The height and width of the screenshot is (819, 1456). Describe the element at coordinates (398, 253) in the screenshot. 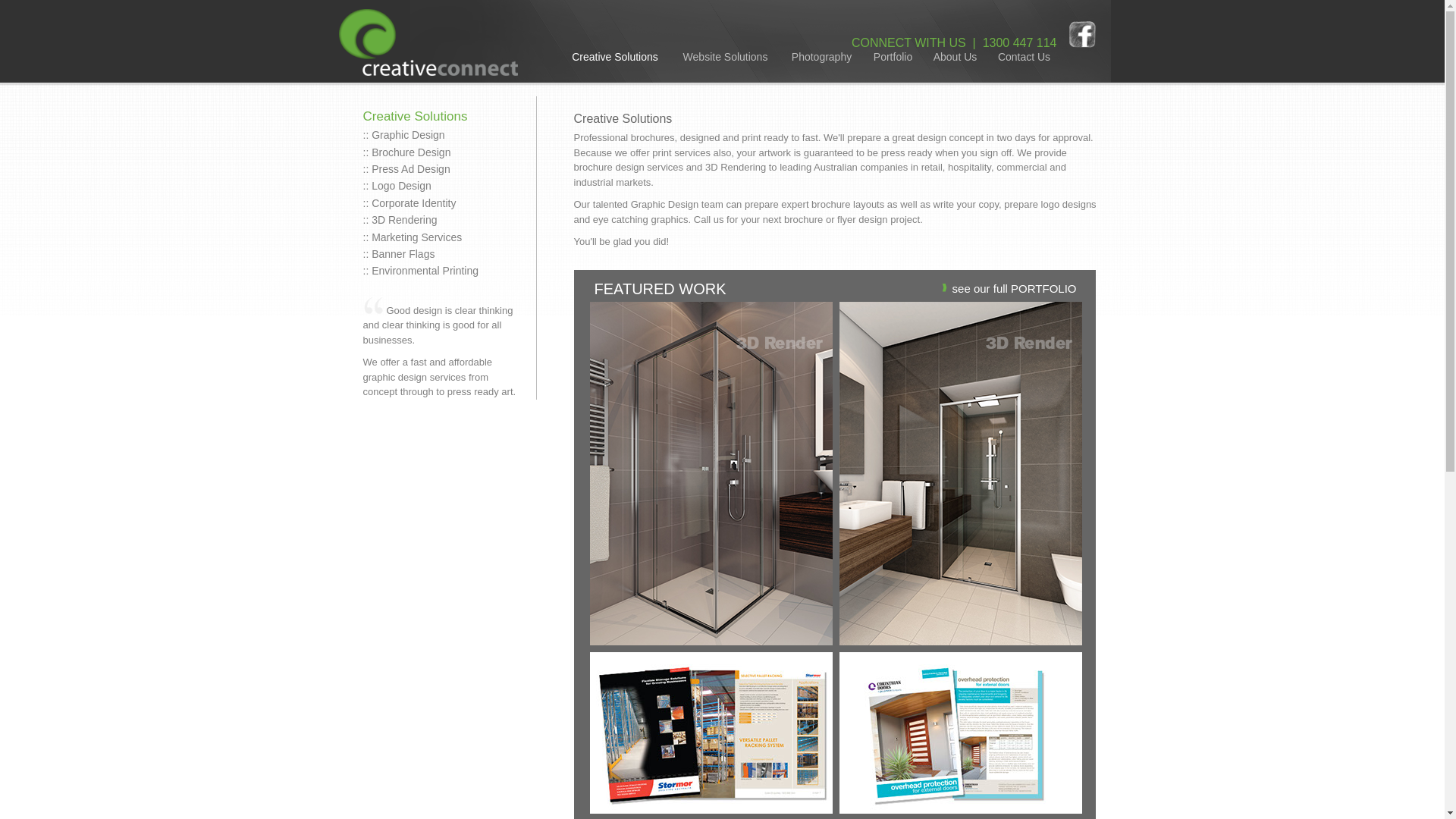

I see `':: Banner Flags'` at that location.